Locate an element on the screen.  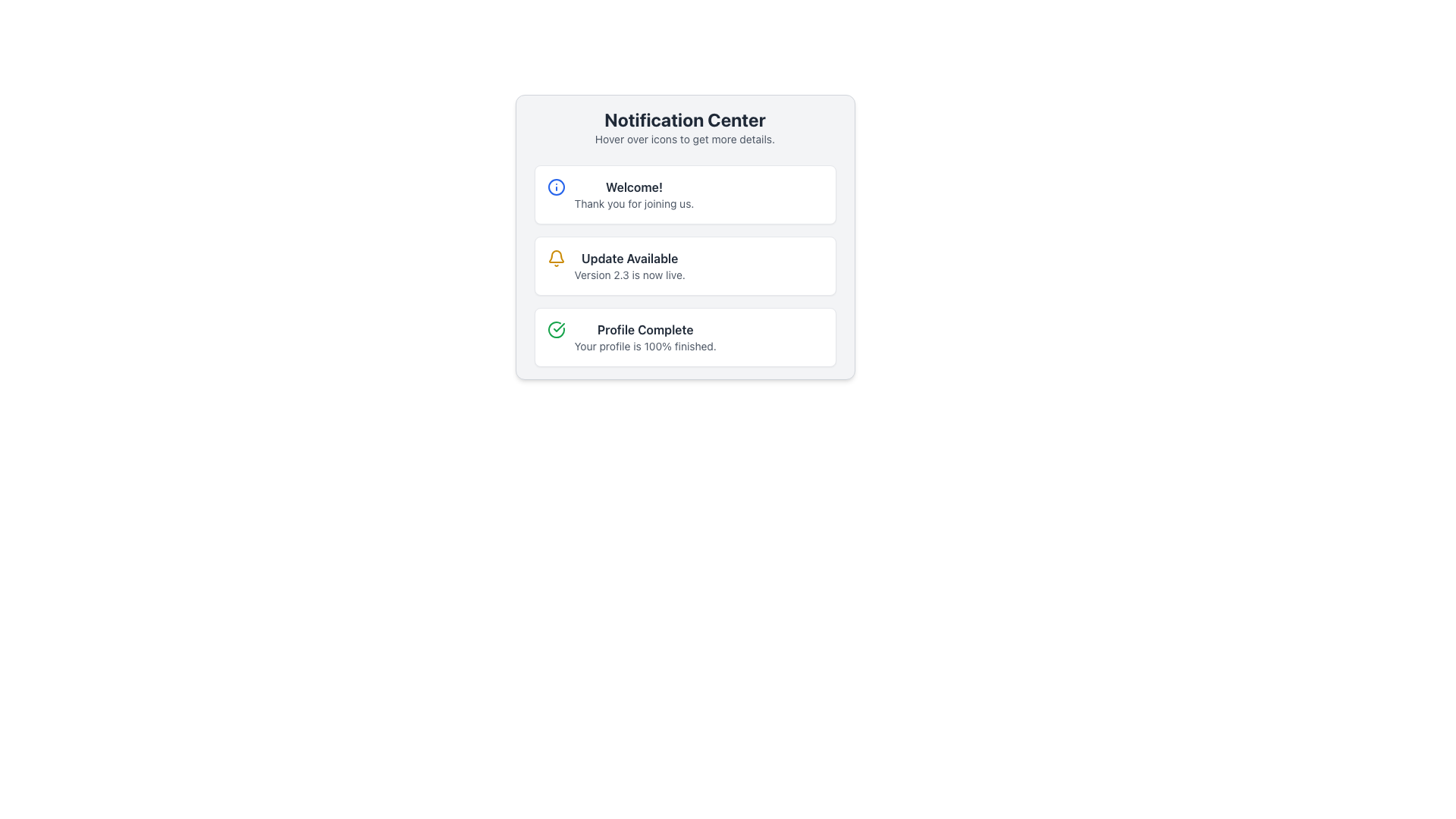
the instructional text below the 'Notification Center' heading, which is rendered in gray color and smaller font size is located at coordinates (684, 140).